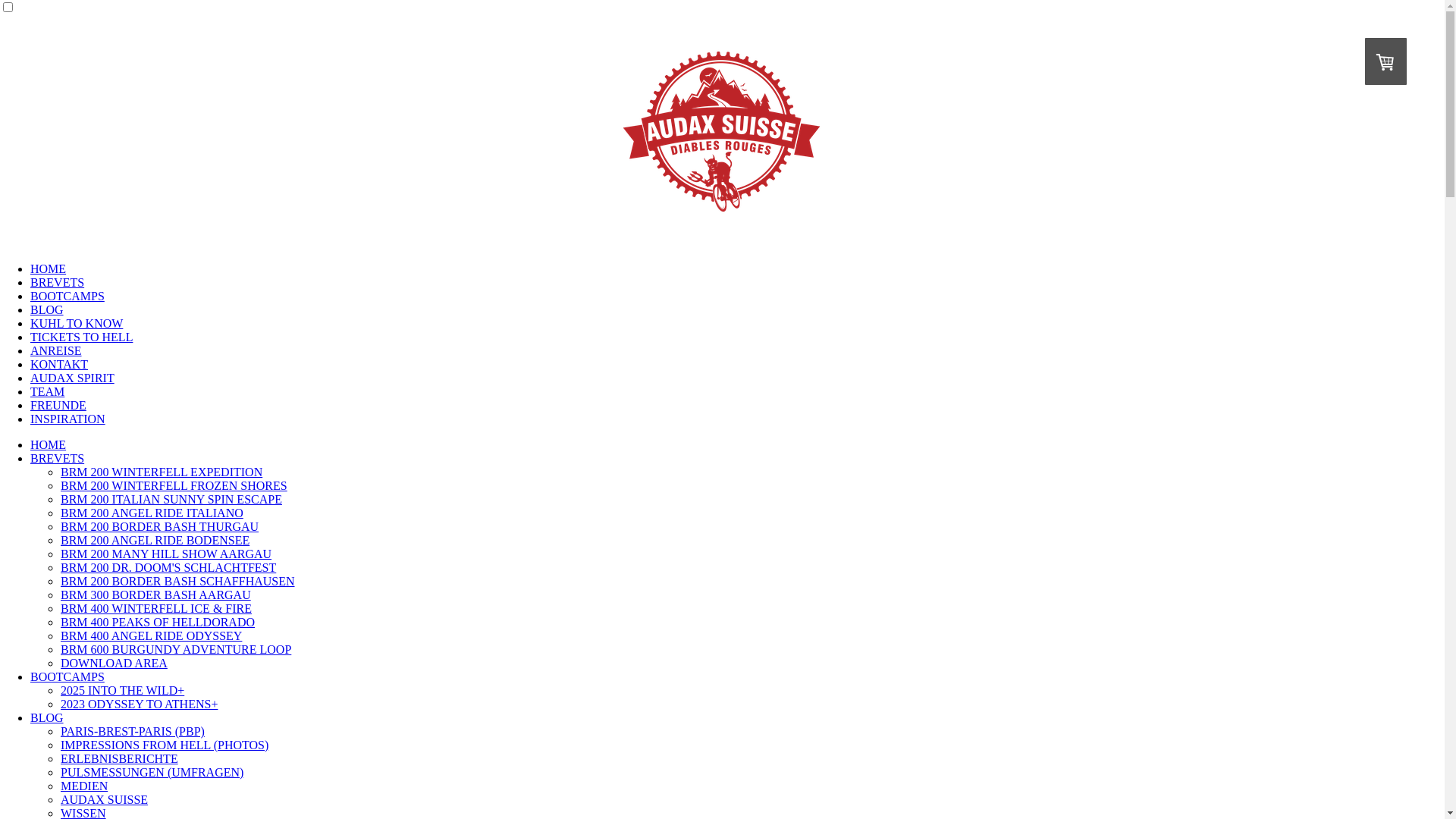 This screenshot has width=1456, height=819. I want to click on 'BRM 200 MANY HILL SHOW AARGAU', so click(166, 554).